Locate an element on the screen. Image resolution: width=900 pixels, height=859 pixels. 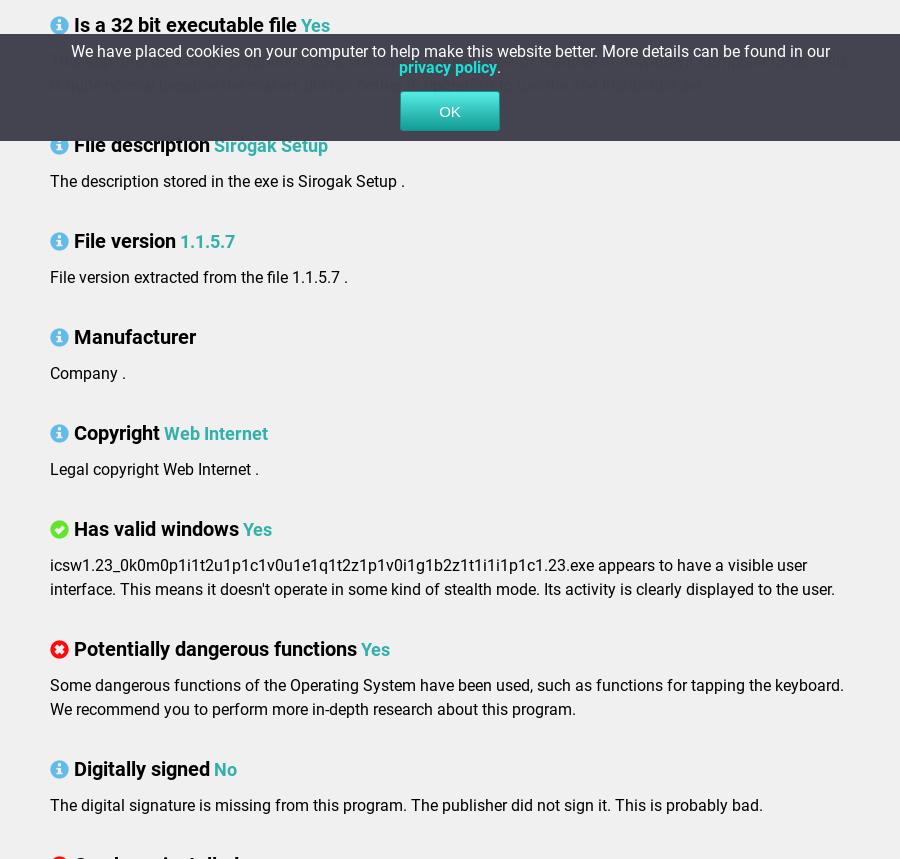
'Company                                                             .' is located at coordinates (87, 372).